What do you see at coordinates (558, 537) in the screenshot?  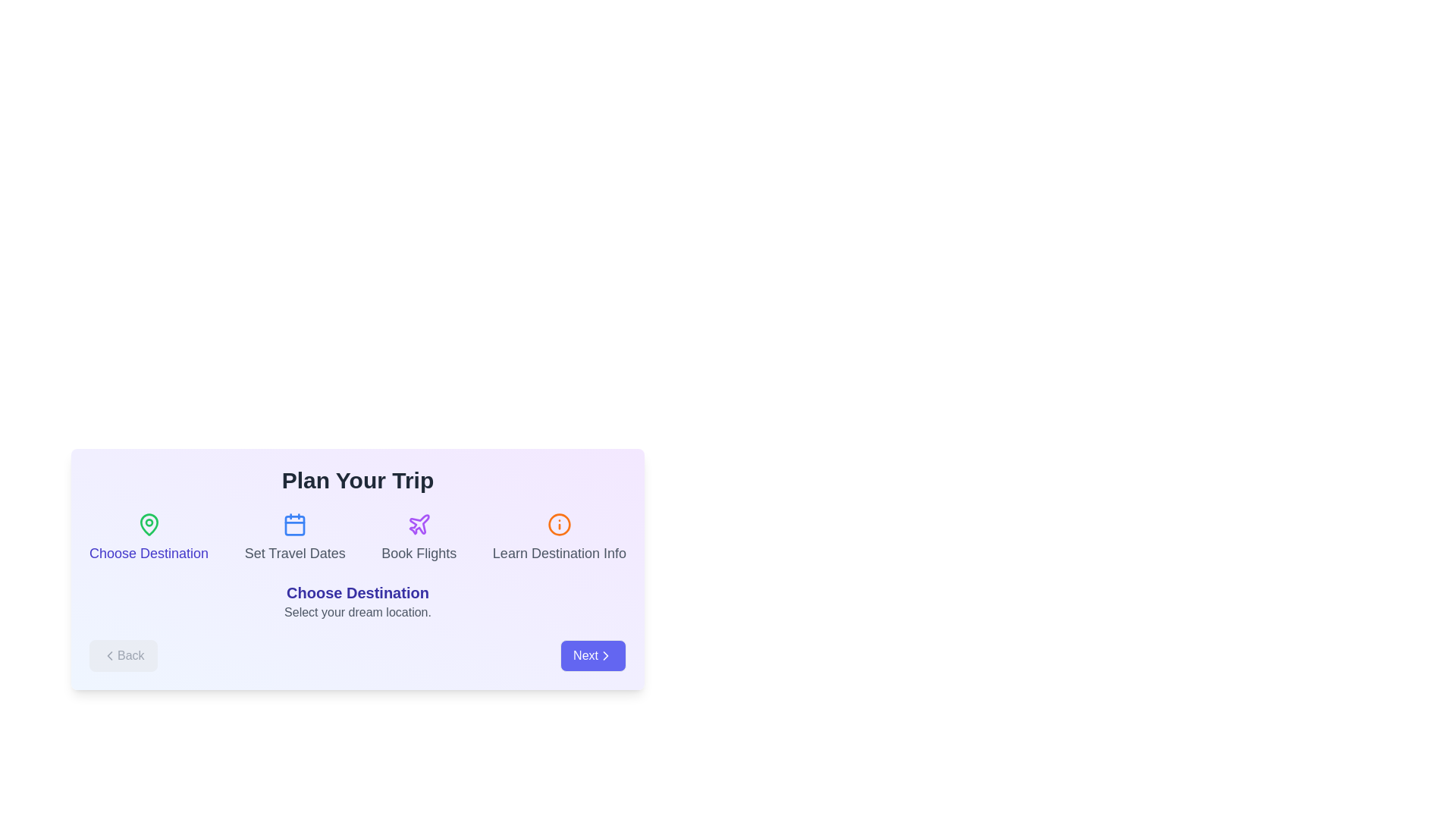 I see `text label associated with the informational icon located fourth in the horizontal sequence, positioned above the 'Next' button` at bounding box center [558, 537].